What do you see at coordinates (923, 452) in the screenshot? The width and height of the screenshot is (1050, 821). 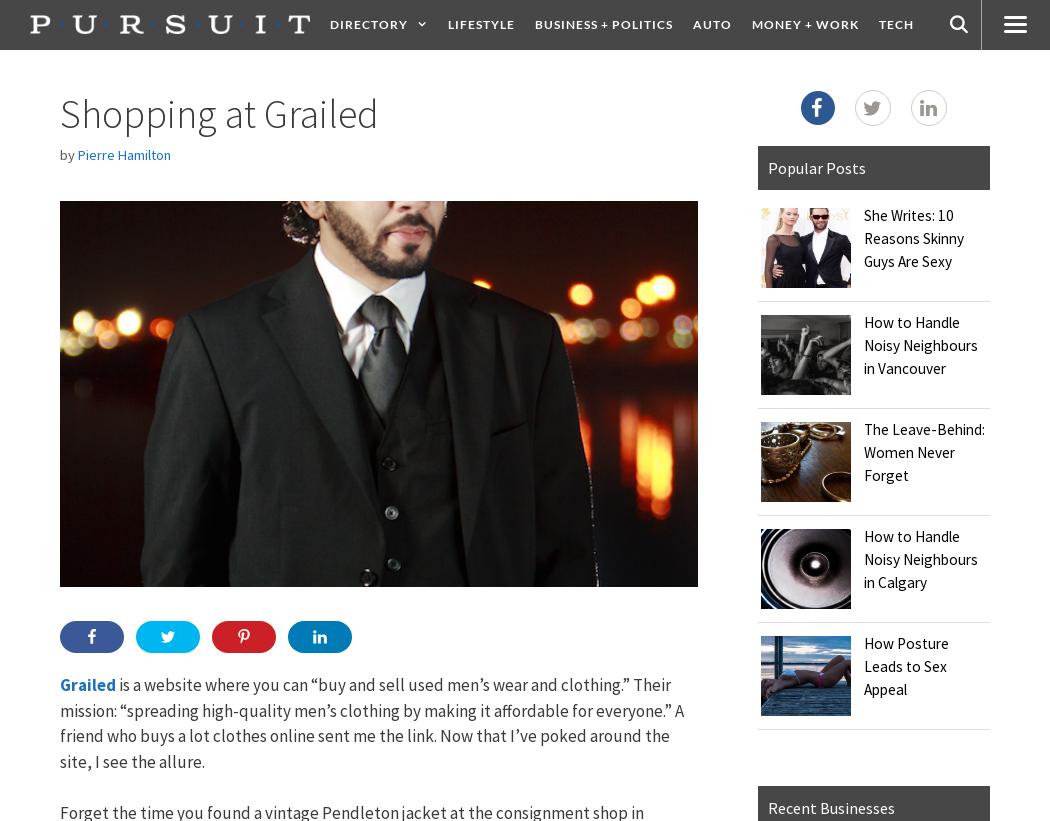 I see `'The Leave-Behind: Women Never Forget'` at bounding box center [923, 452].